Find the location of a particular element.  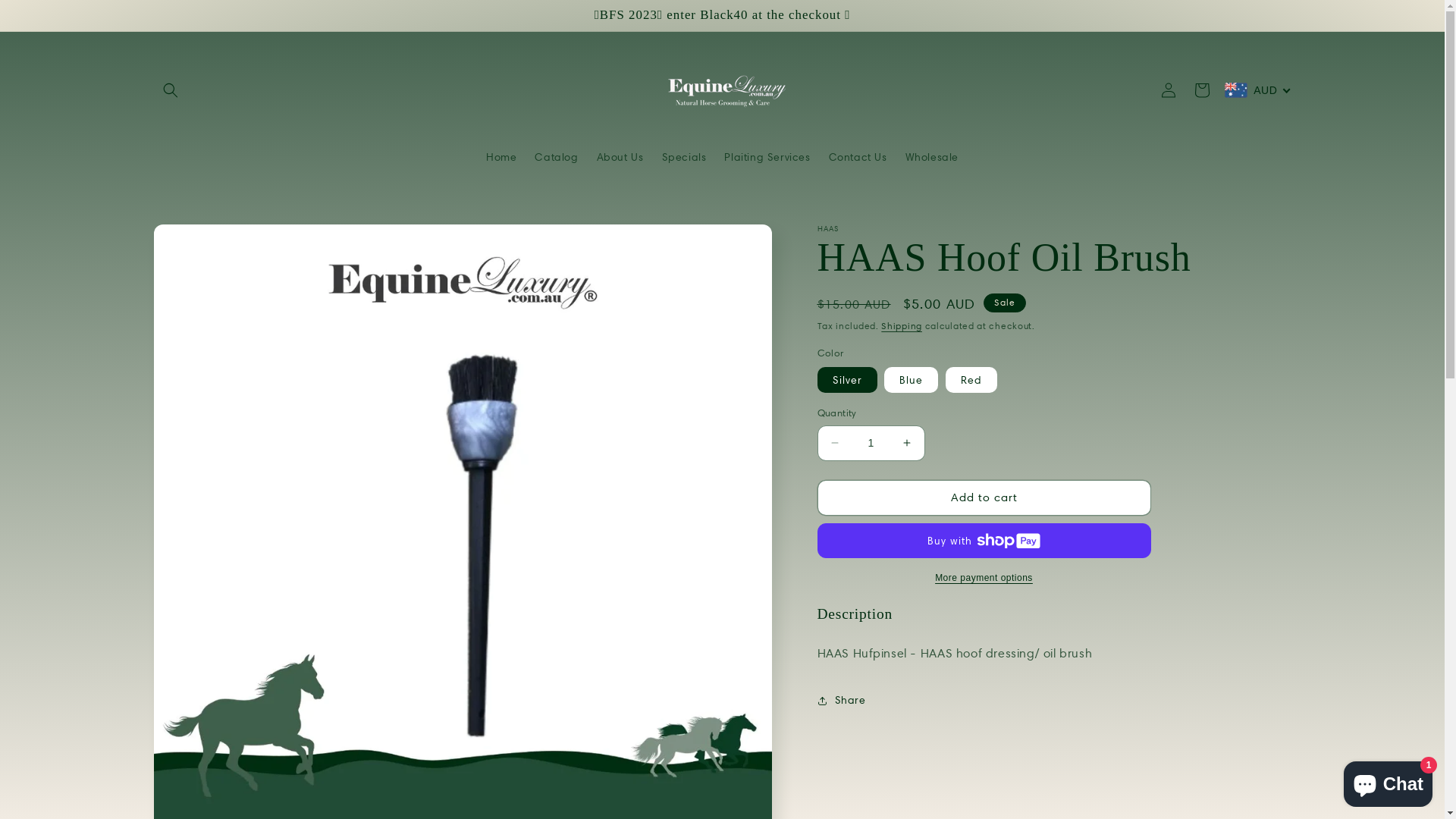

'Wholesale' is located at coordinates (930, 157).